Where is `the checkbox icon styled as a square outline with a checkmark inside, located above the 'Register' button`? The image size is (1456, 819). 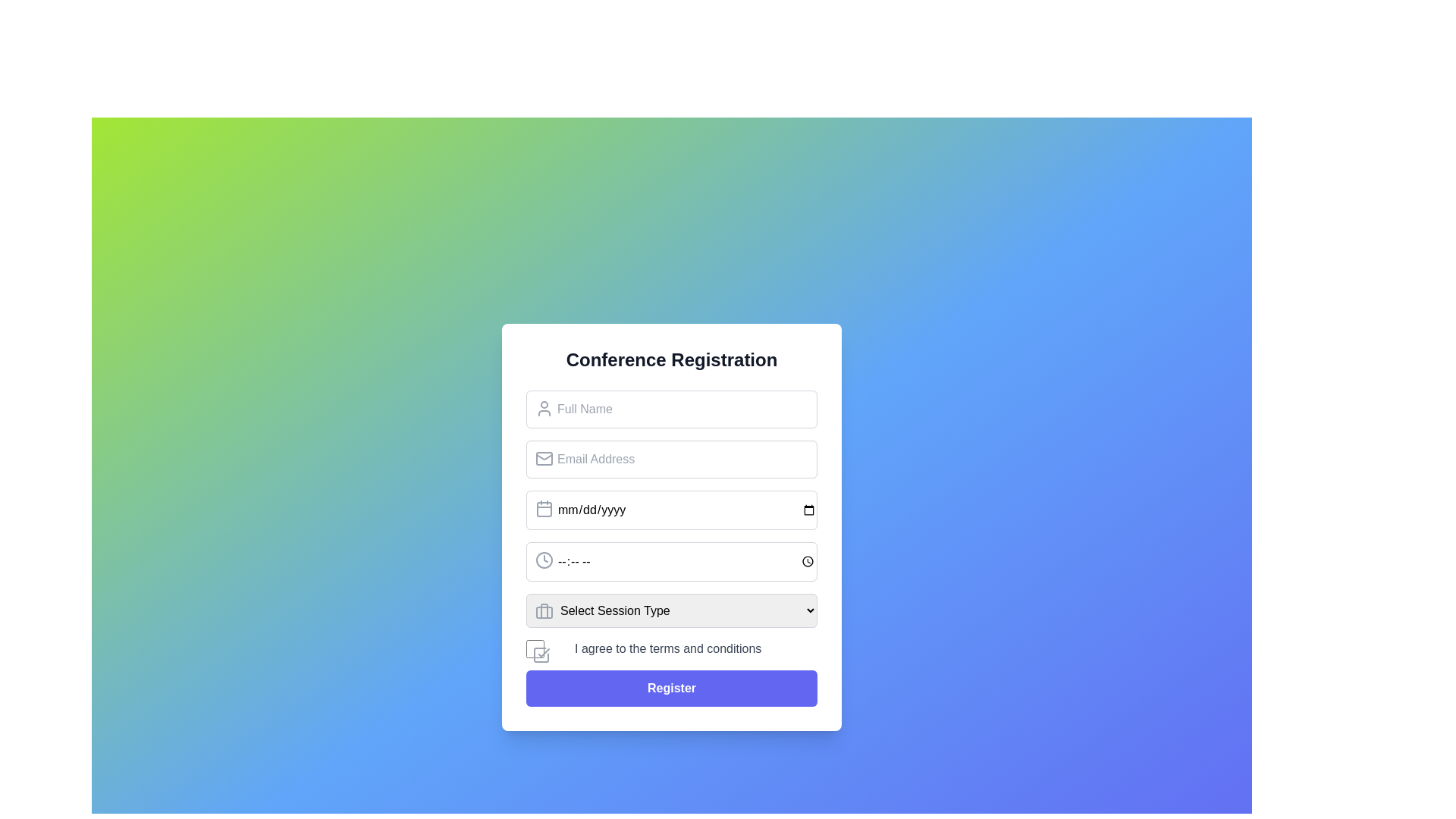 the checkbox icon styled as a square outline with a checkmark inside, located above the 'Register' button is located at coordinates (541, 654).